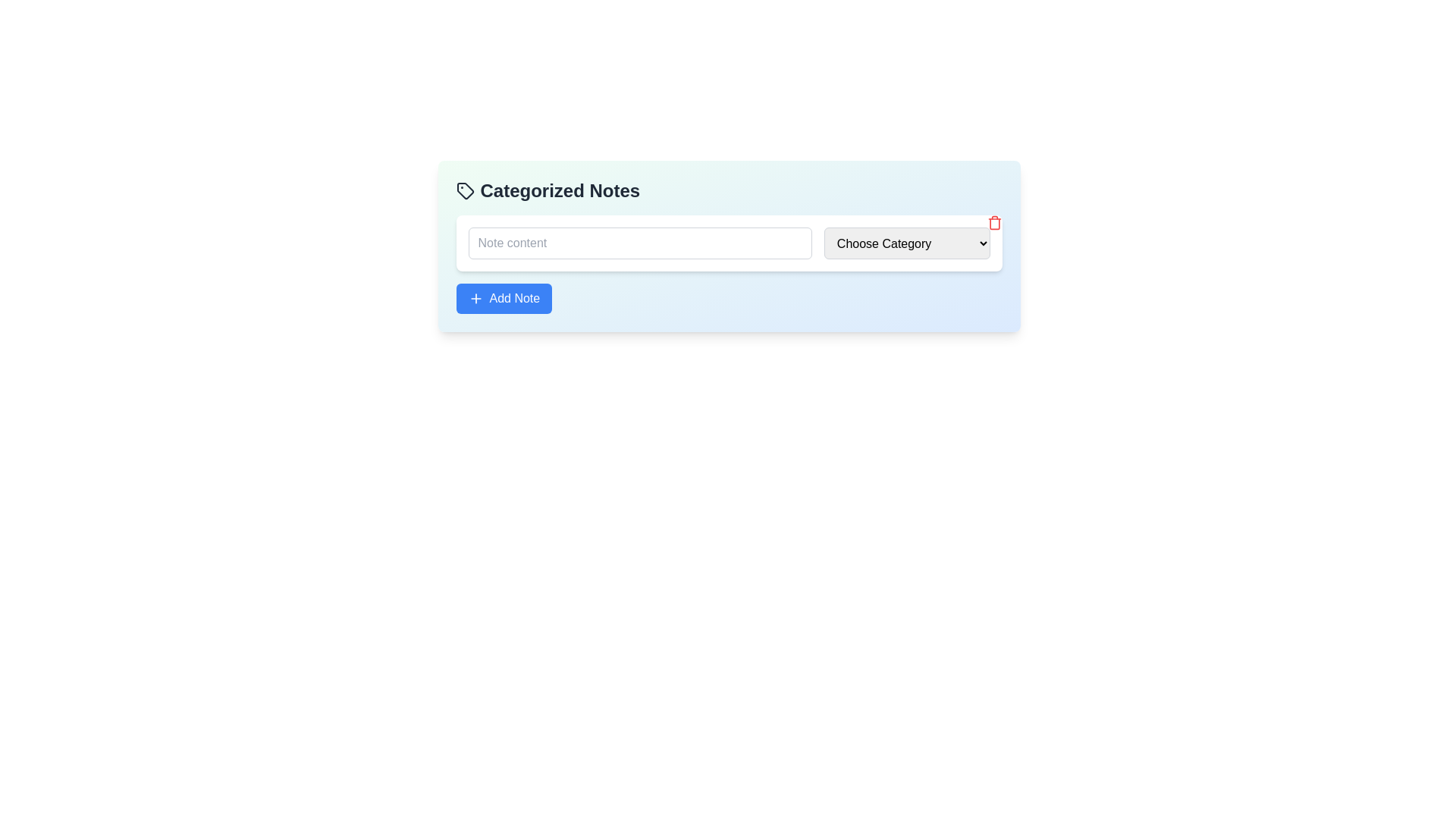  What do you see at coordinates (464, 190) in the screenshot?
I see `the tag icon located in the left margin of the UI header panel, directly in front of the 'Categorized Notes' heading text` at bounding box center [464, 190].